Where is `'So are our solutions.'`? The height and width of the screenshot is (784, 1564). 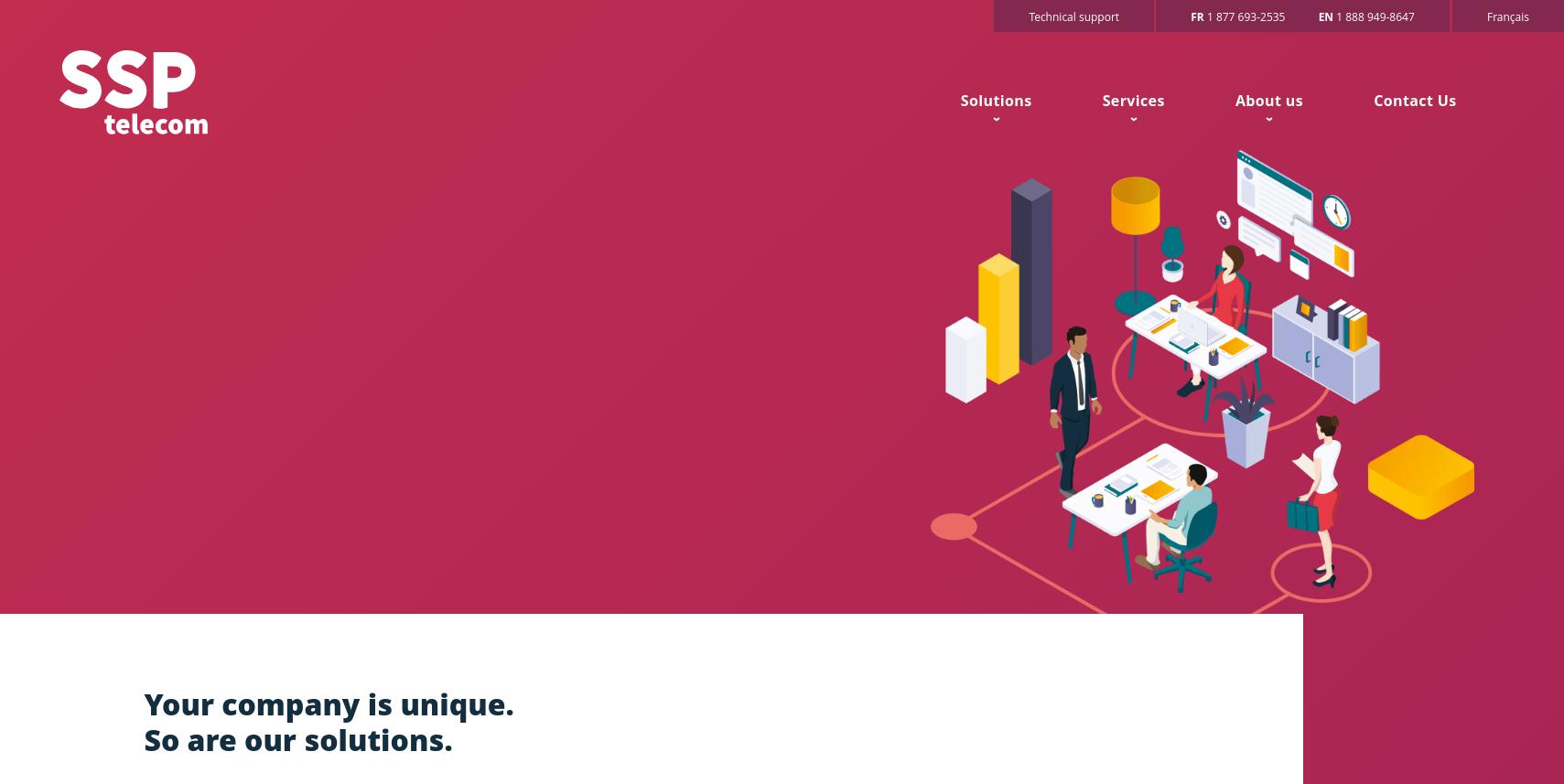
'So are our solutions.' is located at coordinates (143, 739).